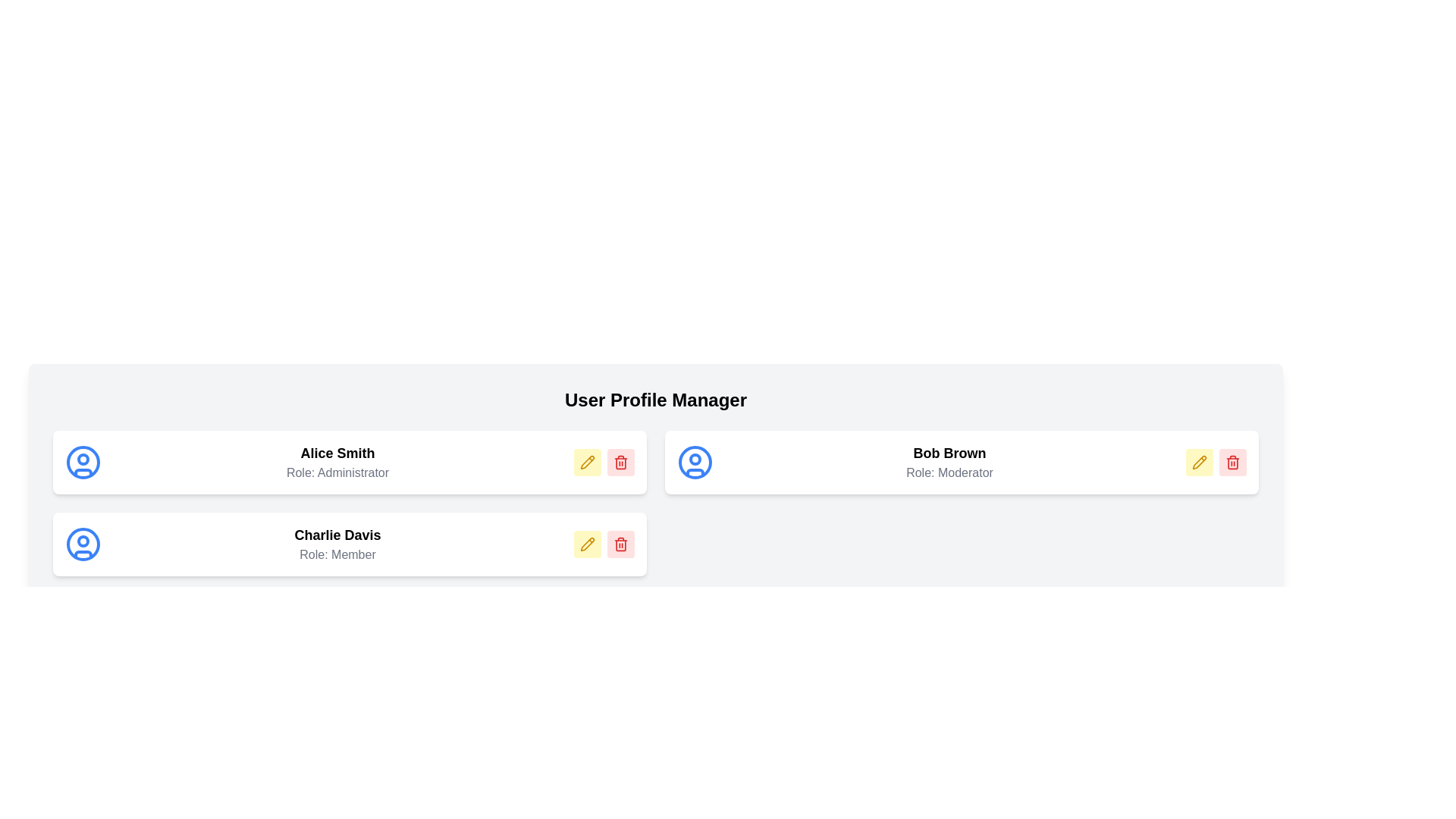 The height and width of the screenshot is (819, 1456). I want to click on the edit button represented by a pencil icon on the yellow button associated with 'Bob Brown' to initiate editing, so click(1199, 461).